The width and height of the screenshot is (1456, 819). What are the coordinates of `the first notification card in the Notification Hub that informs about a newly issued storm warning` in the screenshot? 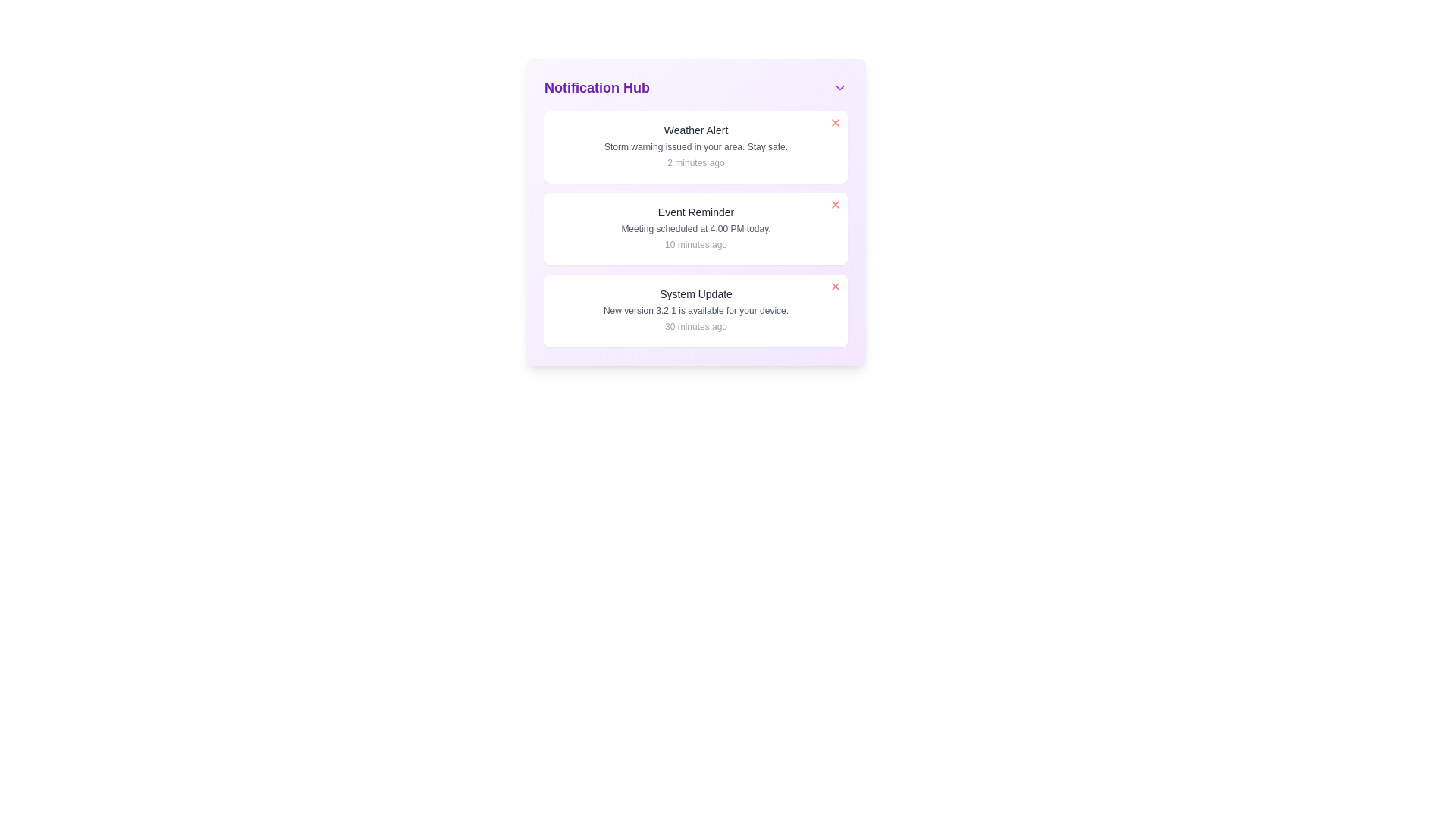 It's located at (695, 146).